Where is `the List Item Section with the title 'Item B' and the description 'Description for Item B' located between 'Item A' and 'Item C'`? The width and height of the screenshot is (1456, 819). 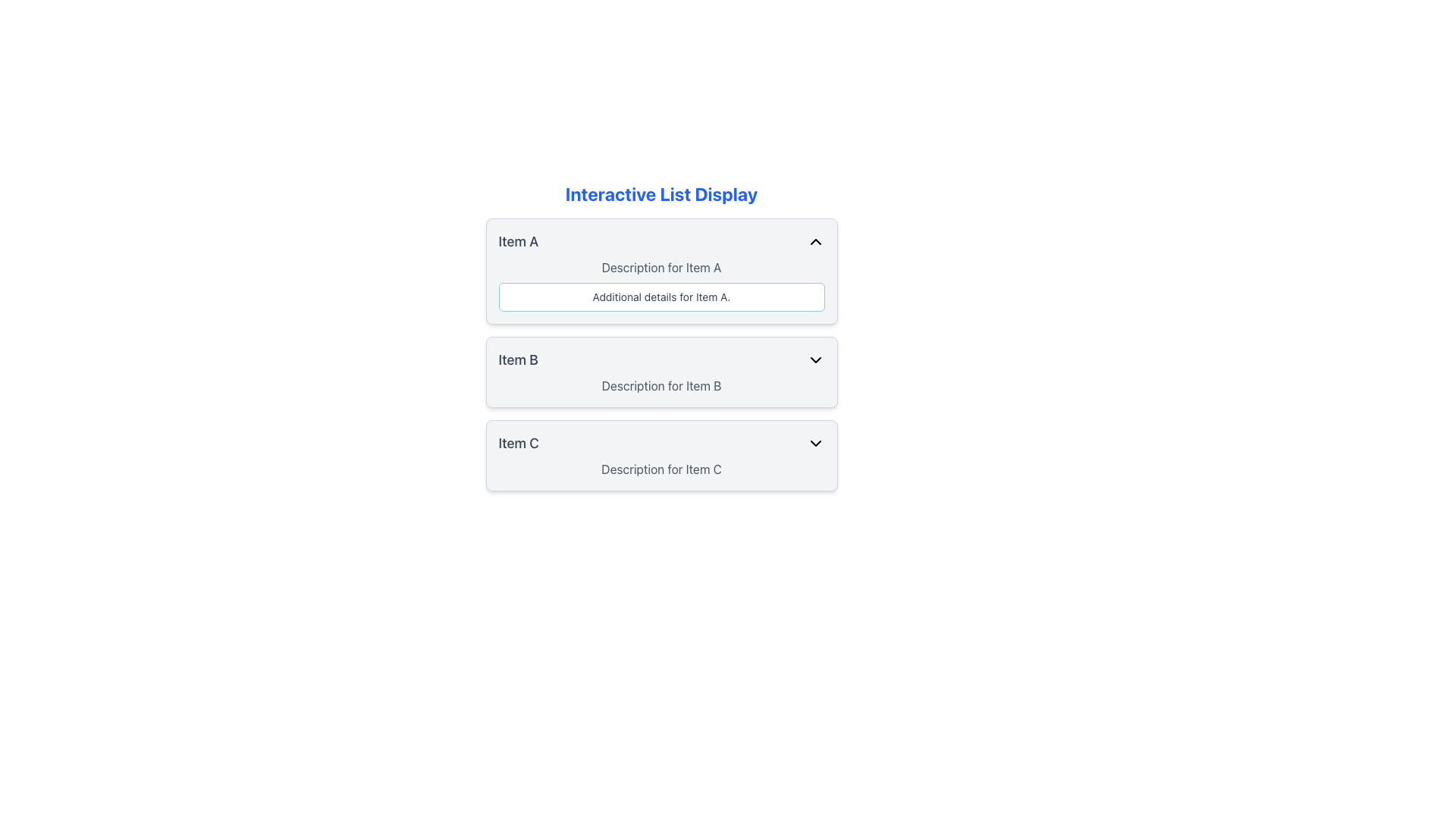
the List Item Section with the title 'Item B' and the description 'Description for Item B' located between 'Item A' and 'Item C' is located at coordinates (661, 372).